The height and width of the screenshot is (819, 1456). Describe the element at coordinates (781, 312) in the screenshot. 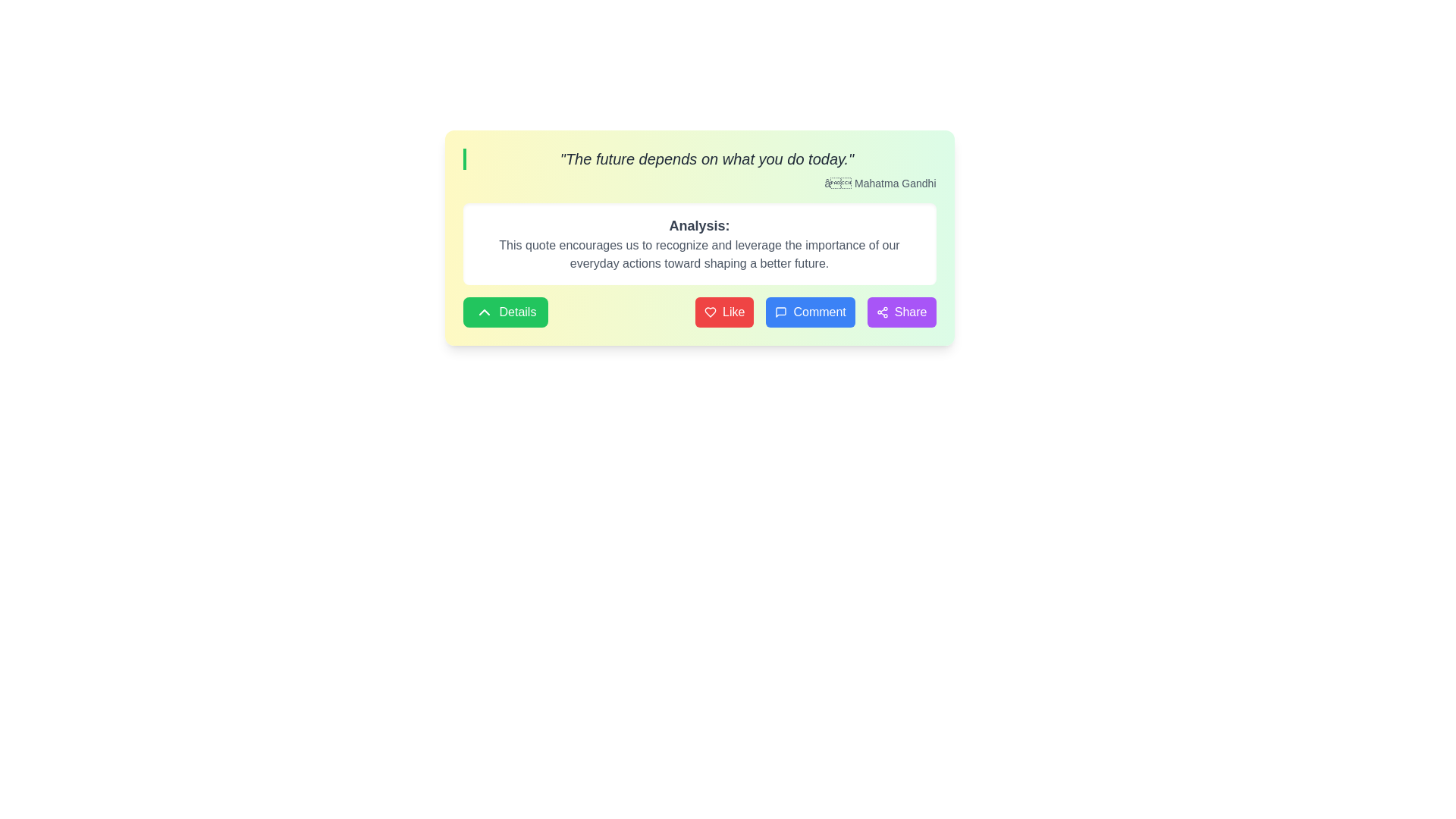

I see `the 'Comment' button icon, which is a visual aid for initiating a comment or message-related action, located to the left of the text 'Comment'` at that location.